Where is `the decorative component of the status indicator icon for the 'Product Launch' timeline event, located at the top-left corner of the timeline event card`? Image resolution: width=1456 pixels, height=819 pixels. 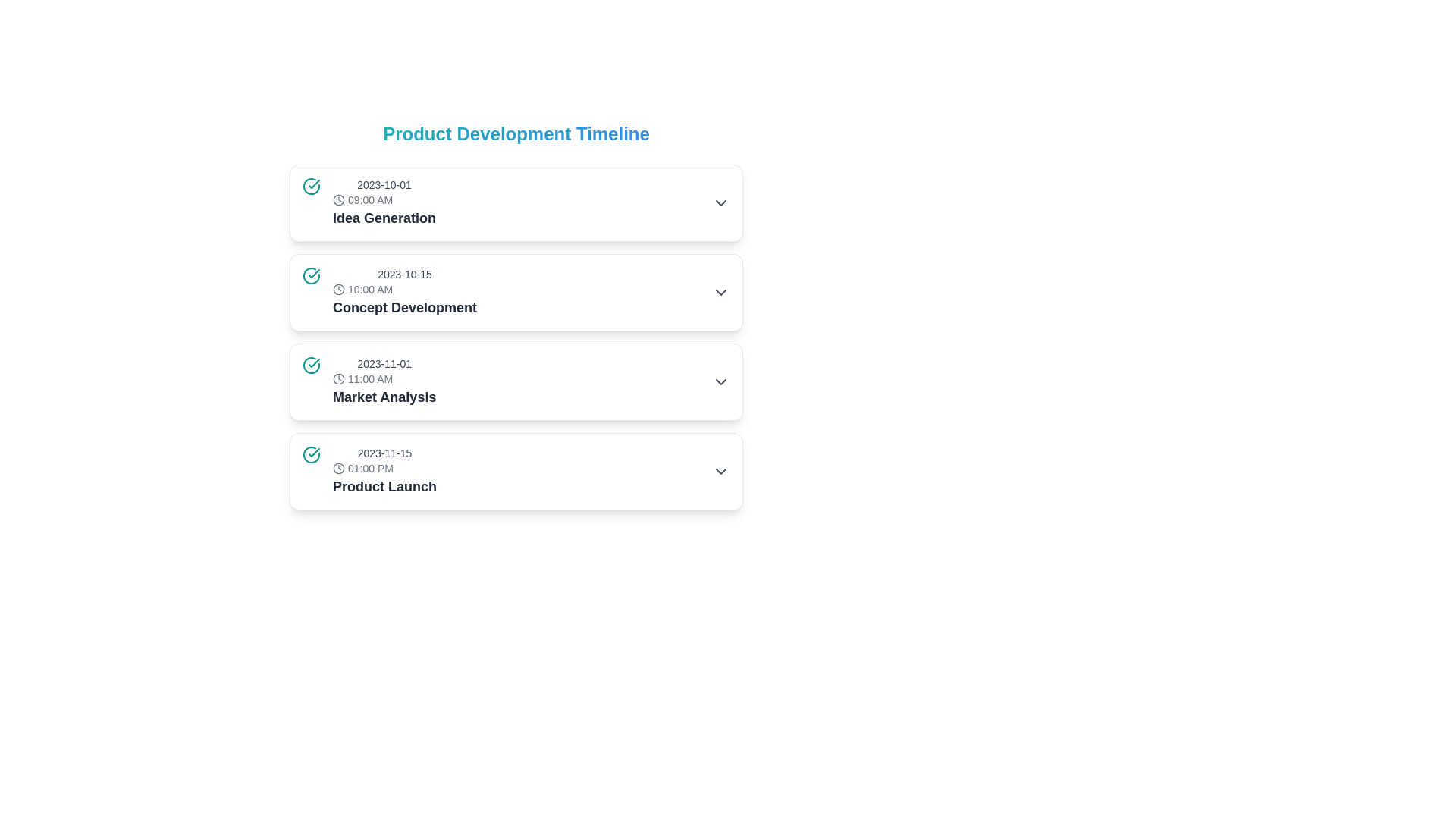 the decorative component of the status indicator icon for the 'Product Launch' timeline event, located at the top-left corner of the timeline event card is located at coordinates (311, 454).